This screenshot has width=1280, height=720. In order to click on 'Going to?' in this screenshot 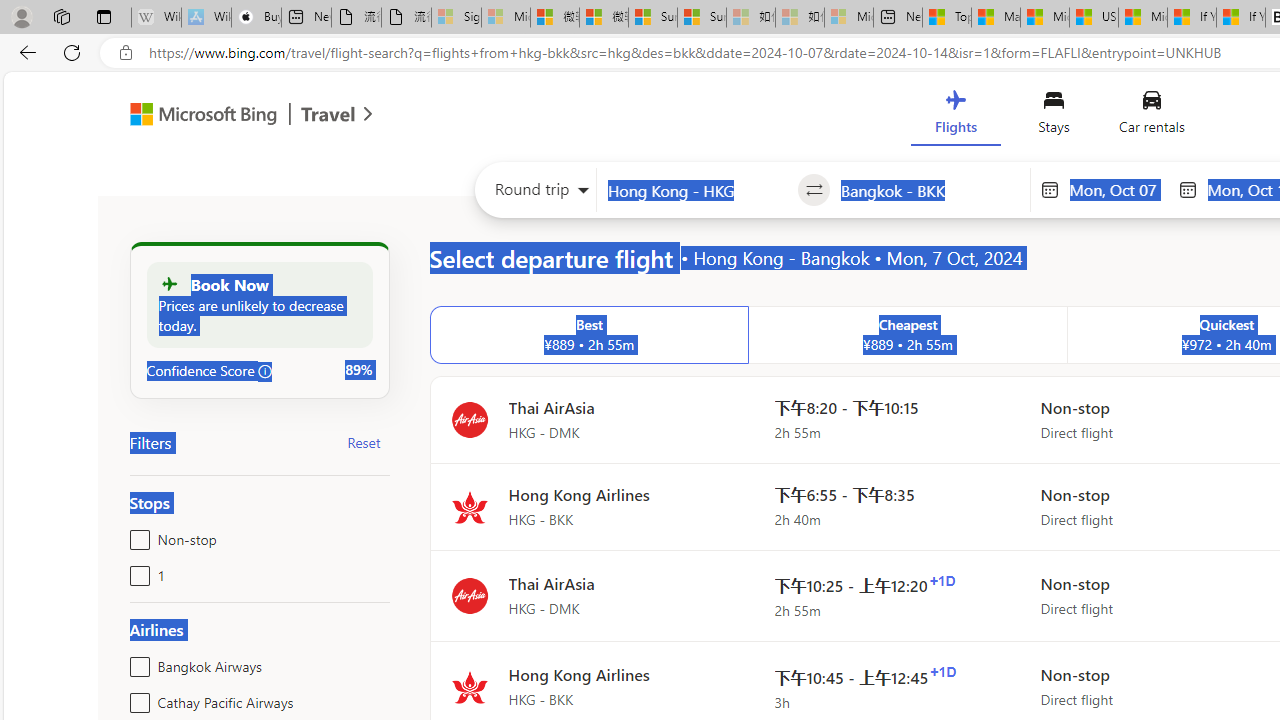, I will do `click(929, 190)`.